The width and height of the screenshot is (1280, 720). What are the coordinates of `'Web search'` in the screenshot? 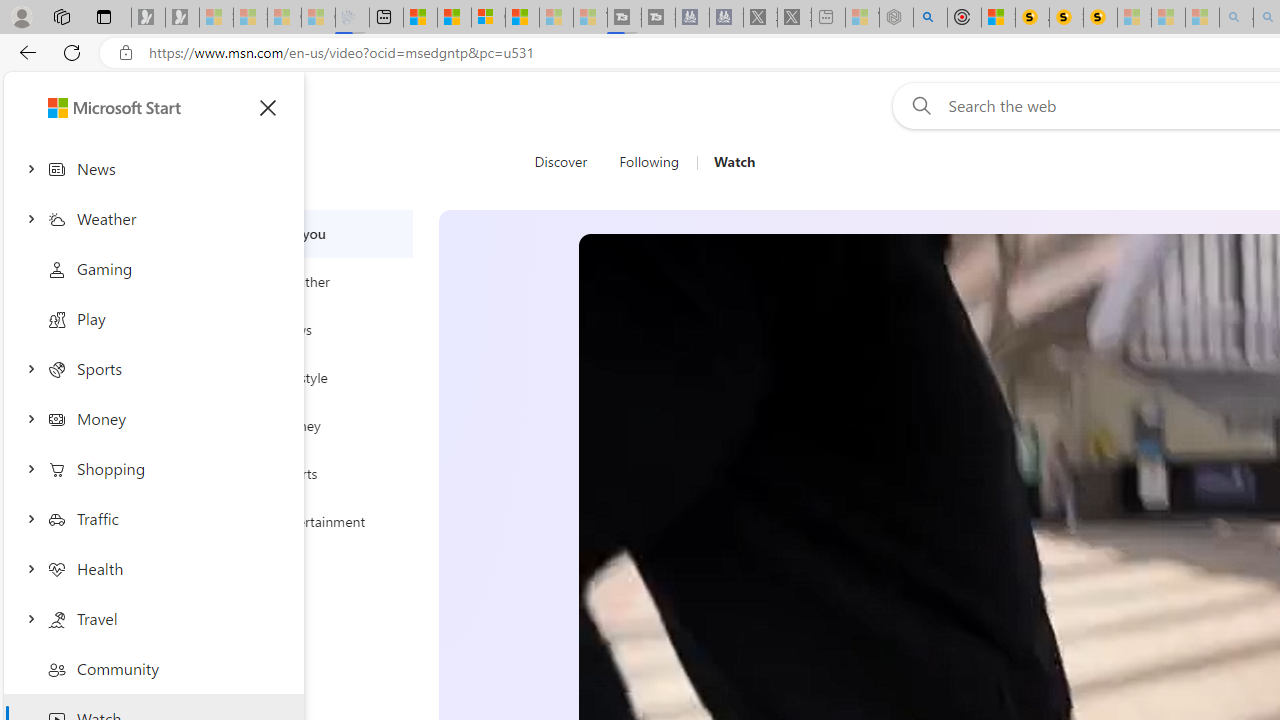 It's located at (916, 105).